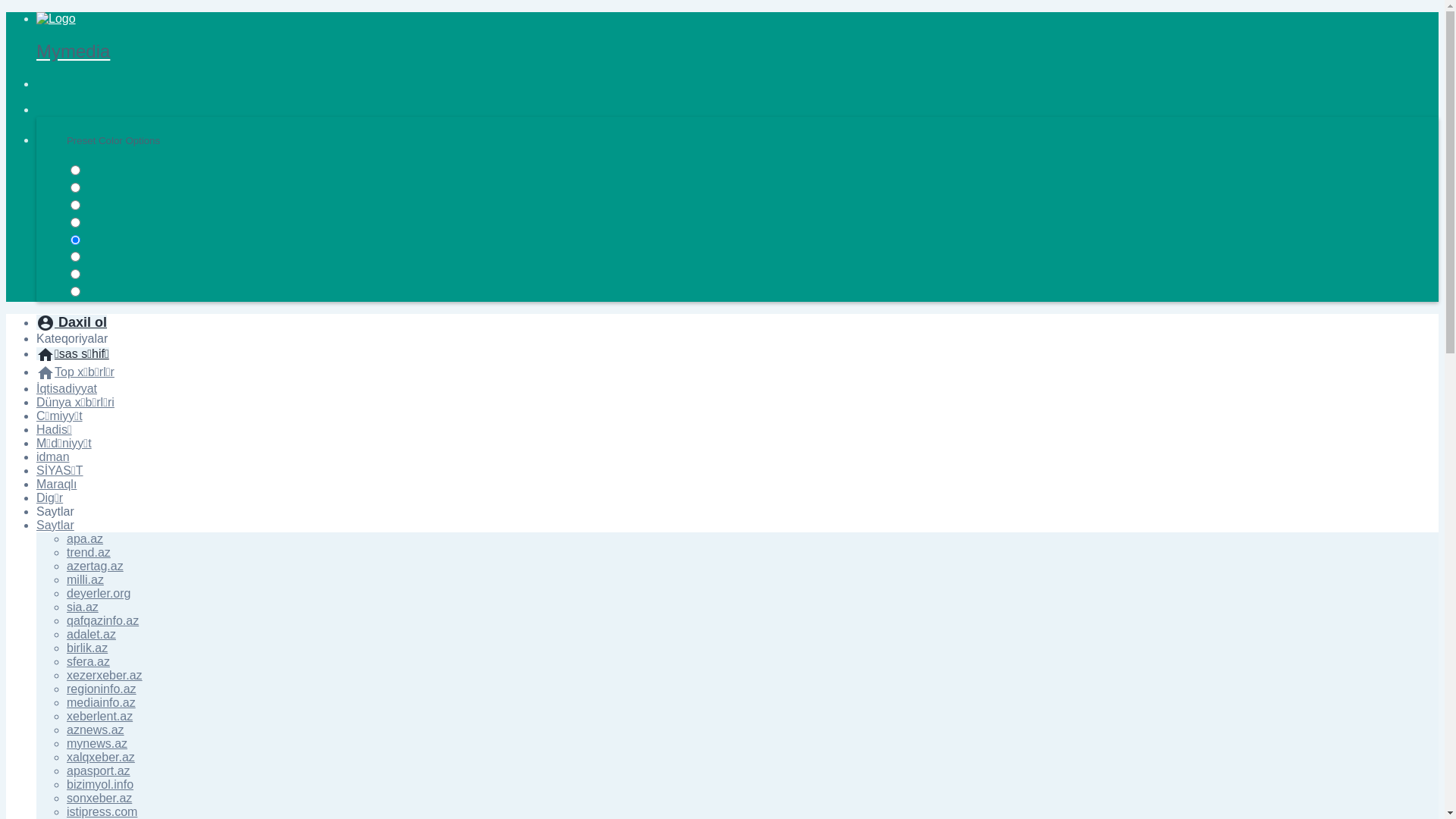 The height and width of the screenshot is (819, 1456). I want to click on 'qafqazinfo.az', so click(102, 620).